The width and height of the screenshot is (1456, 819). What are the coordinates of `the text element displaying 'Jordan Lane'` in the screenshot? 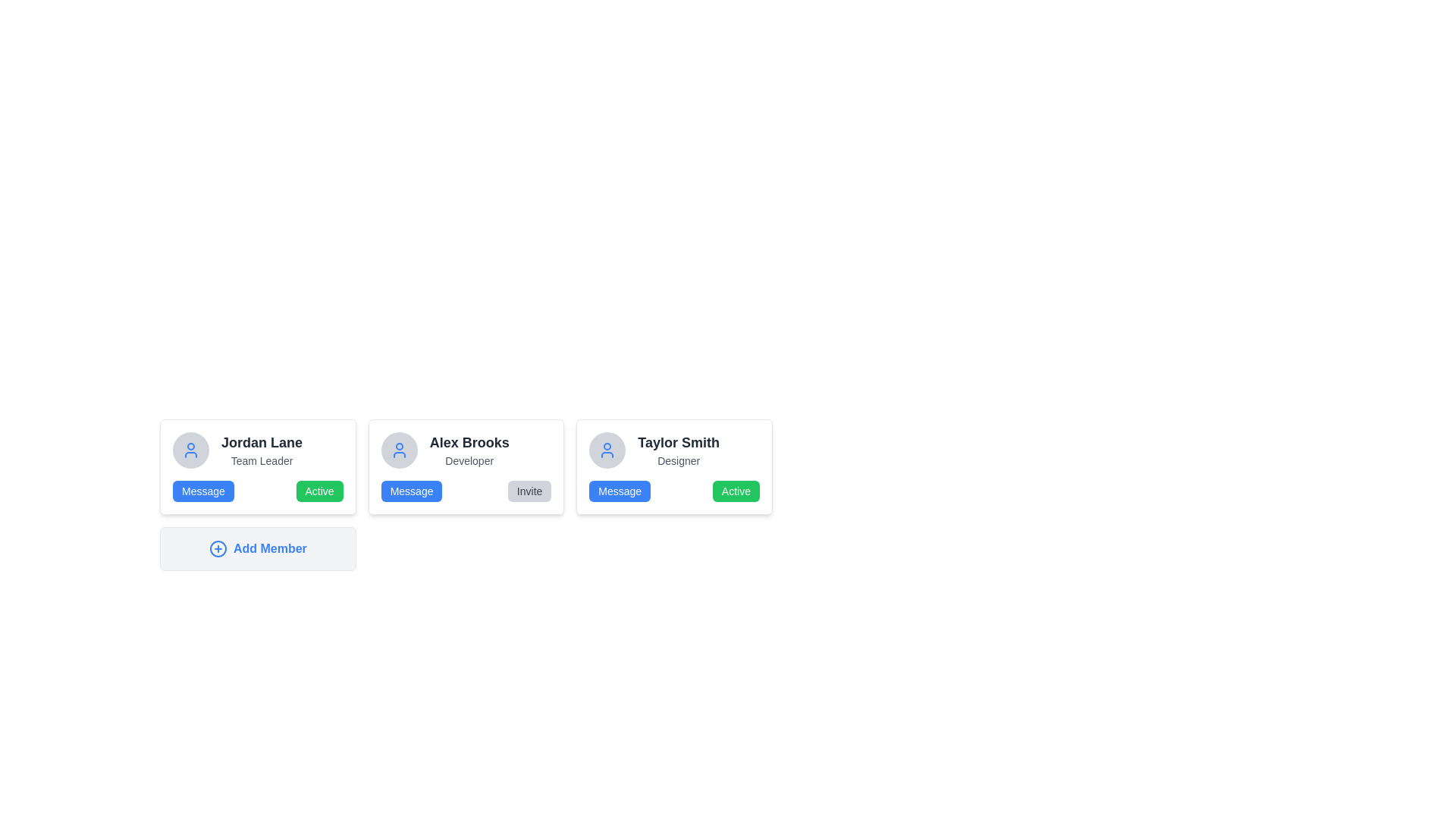 It's located at (262, 442).